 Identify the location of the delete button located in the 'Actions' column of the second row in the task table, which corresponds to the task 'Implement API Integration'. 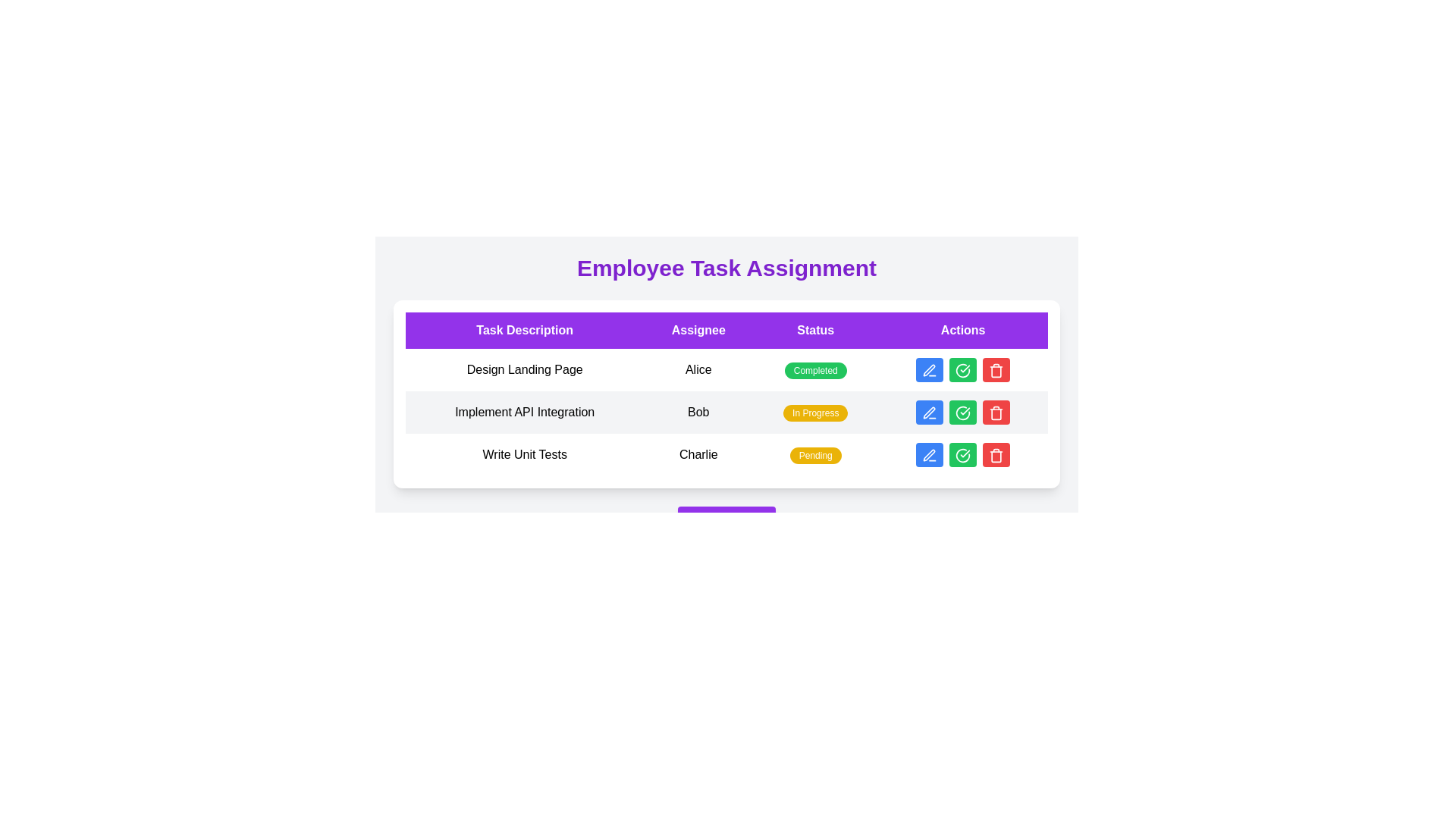
(996, 412).